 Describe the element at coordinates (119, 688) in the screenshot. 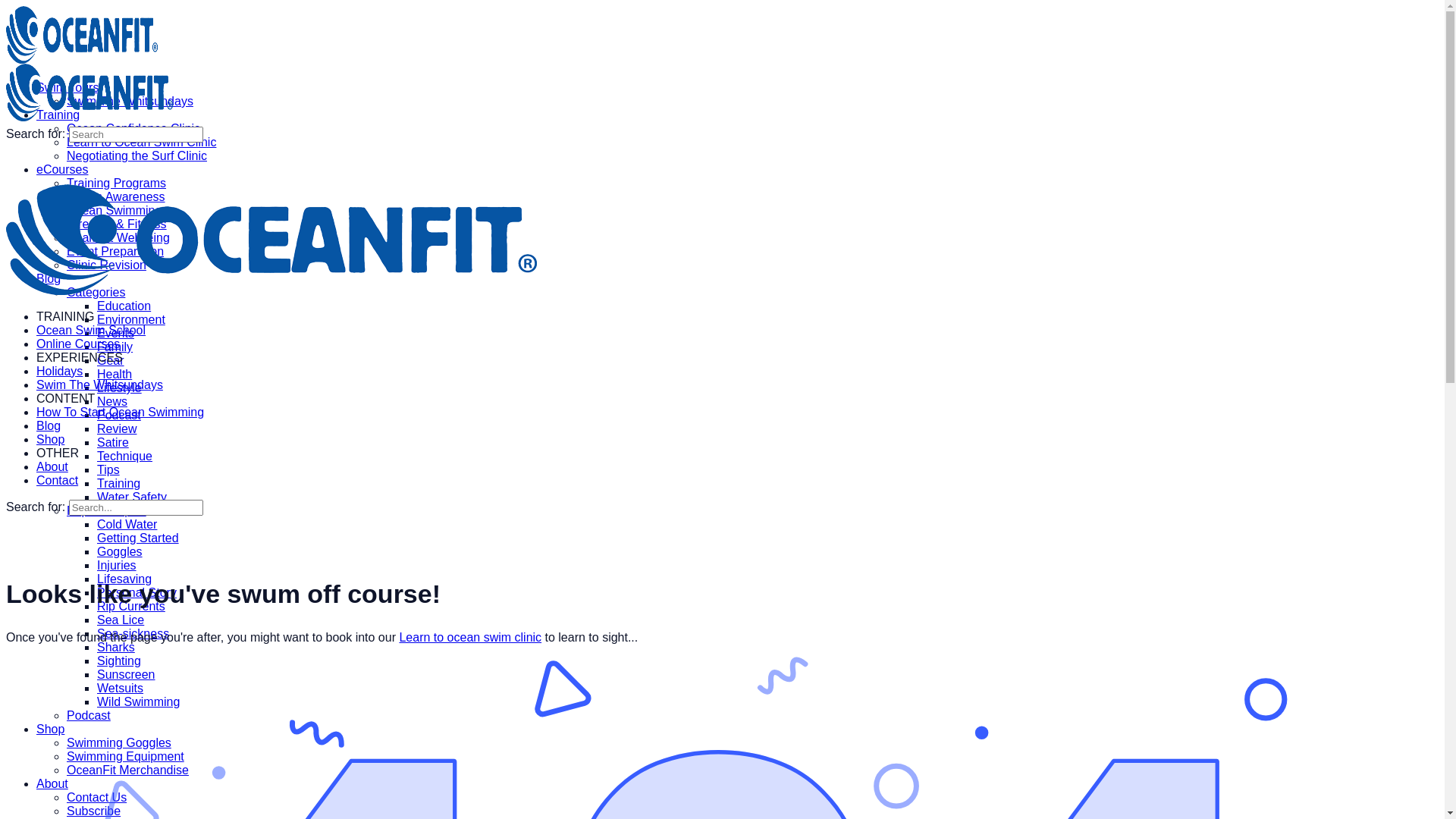

I see `'Wetsuits'` at that location.